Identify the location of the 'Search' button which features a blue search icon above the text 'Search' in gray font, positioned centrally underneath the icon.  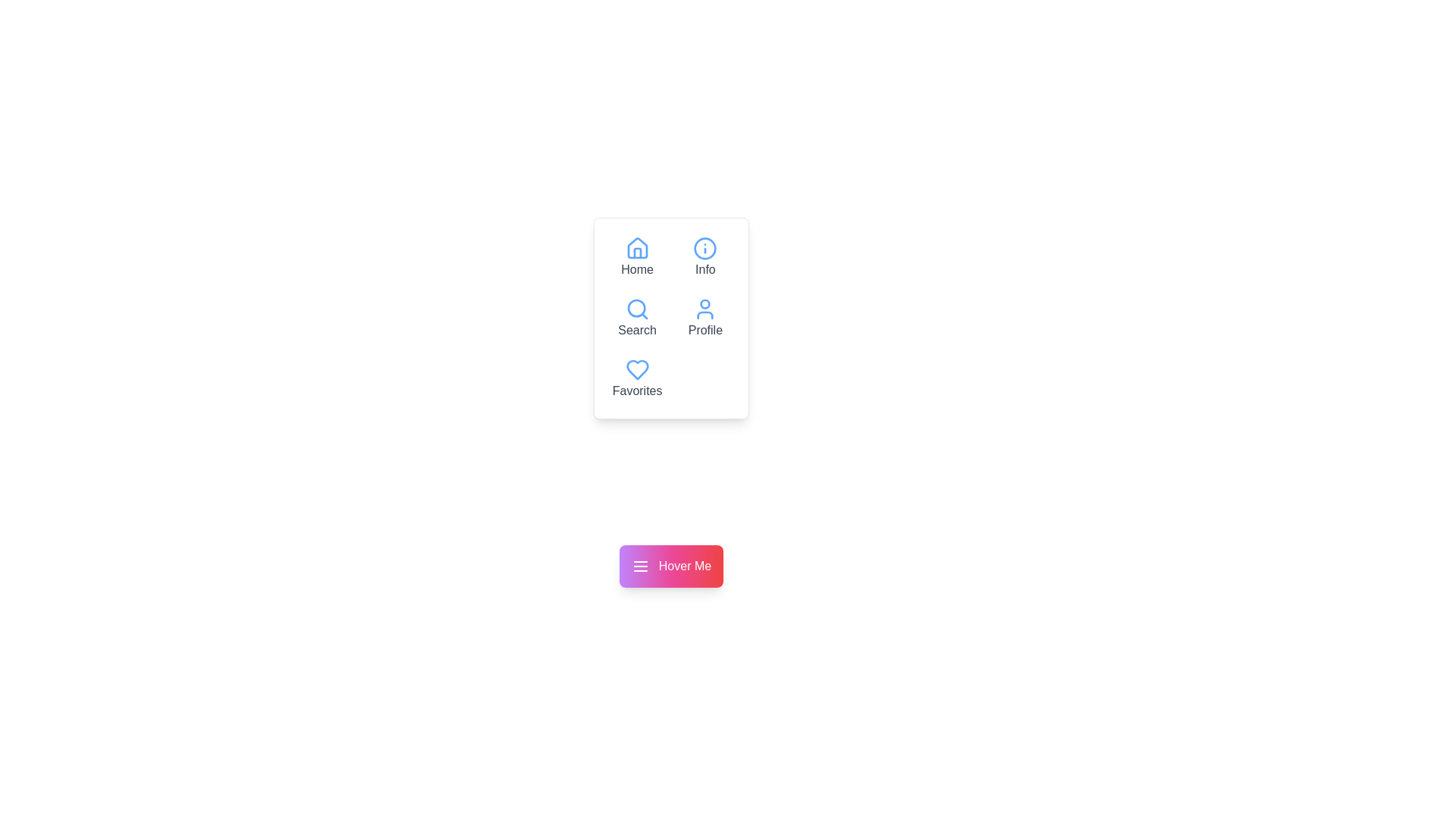
(637, 318).